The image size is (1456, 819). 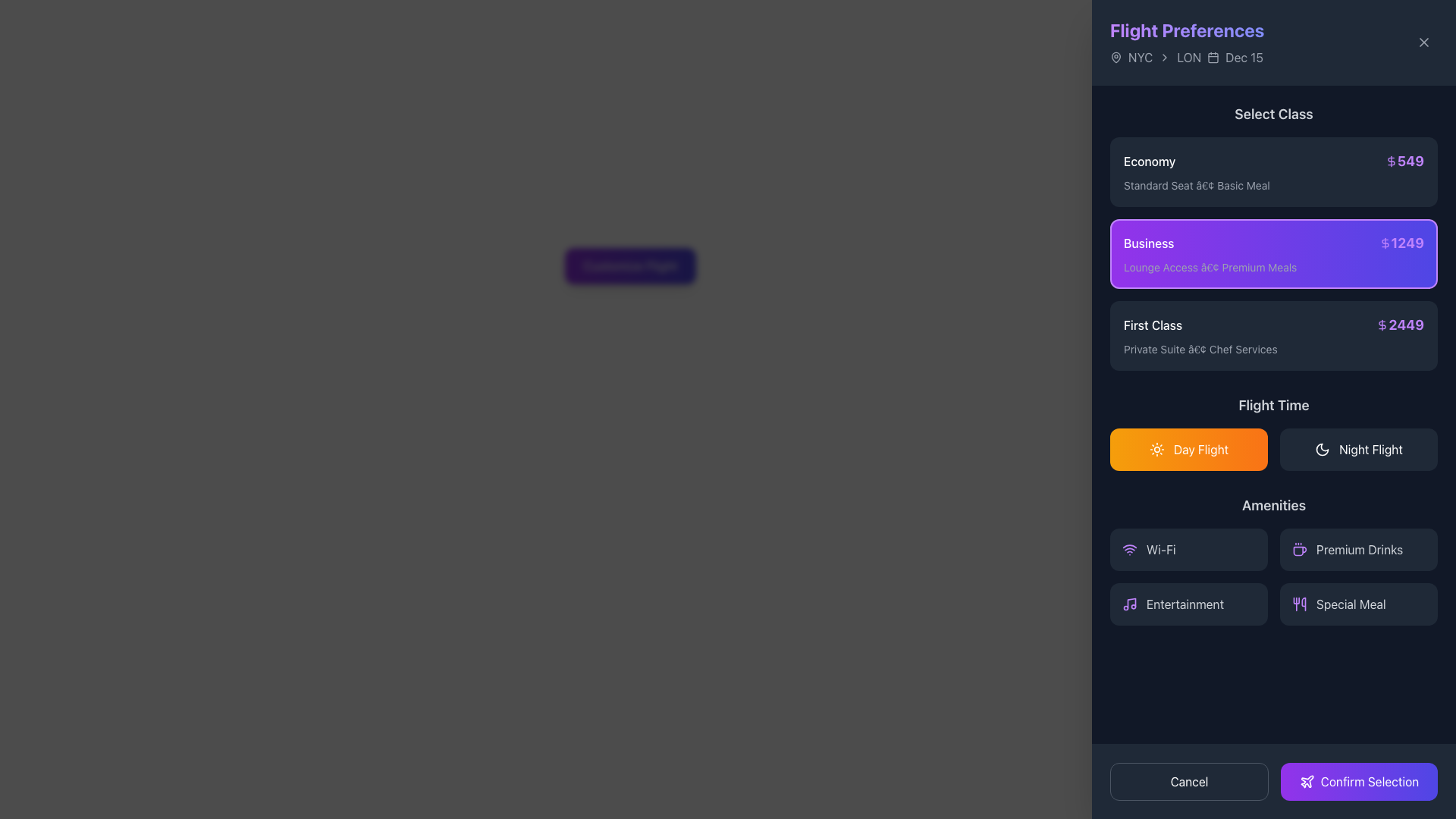 I want to click on the 'Business' button element, so click(x=1274, y=253).